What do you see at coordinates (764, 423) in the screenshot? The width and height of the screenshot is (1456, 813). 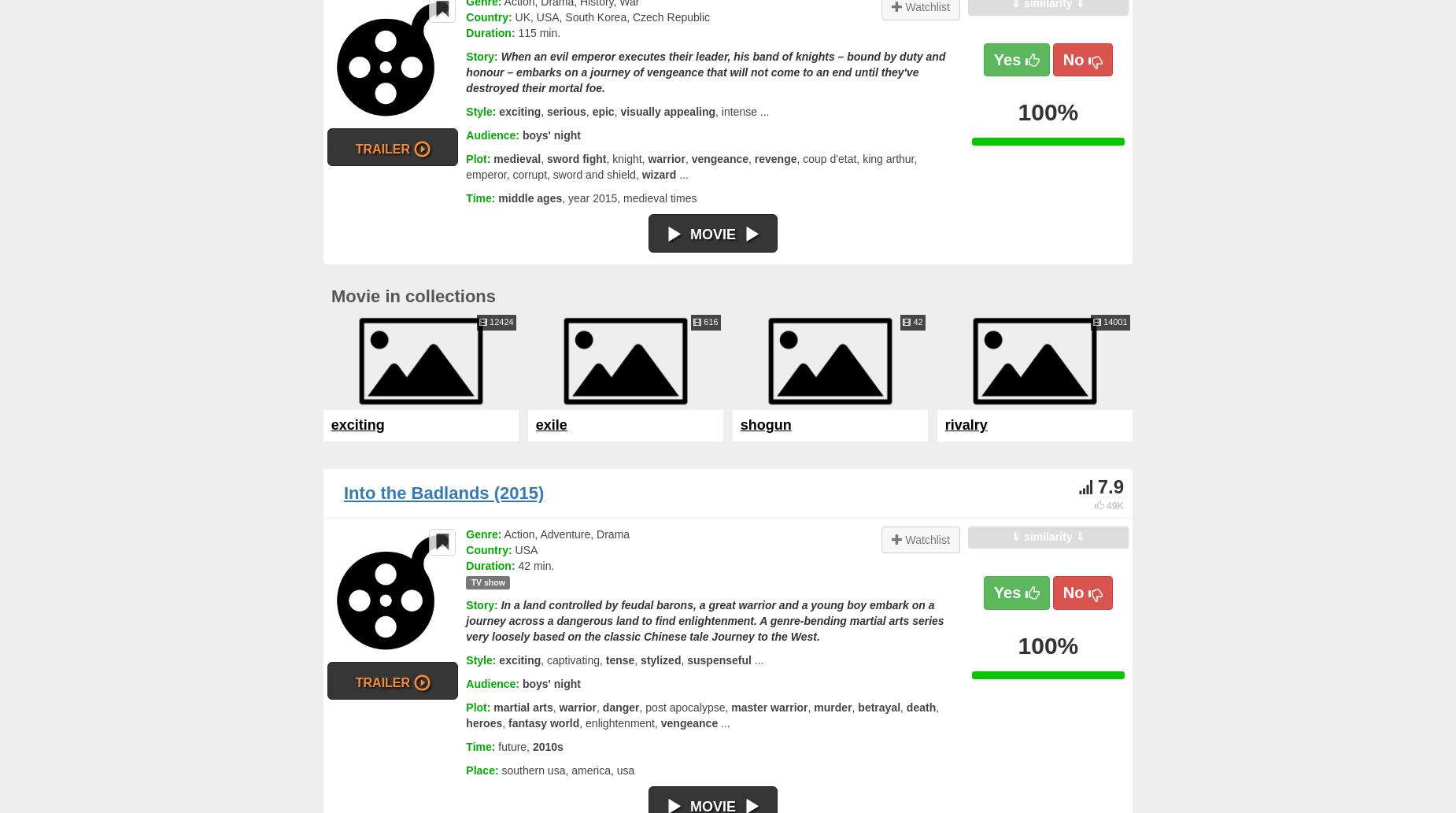 I see `'shogun'` at bounding box center [764, 423].